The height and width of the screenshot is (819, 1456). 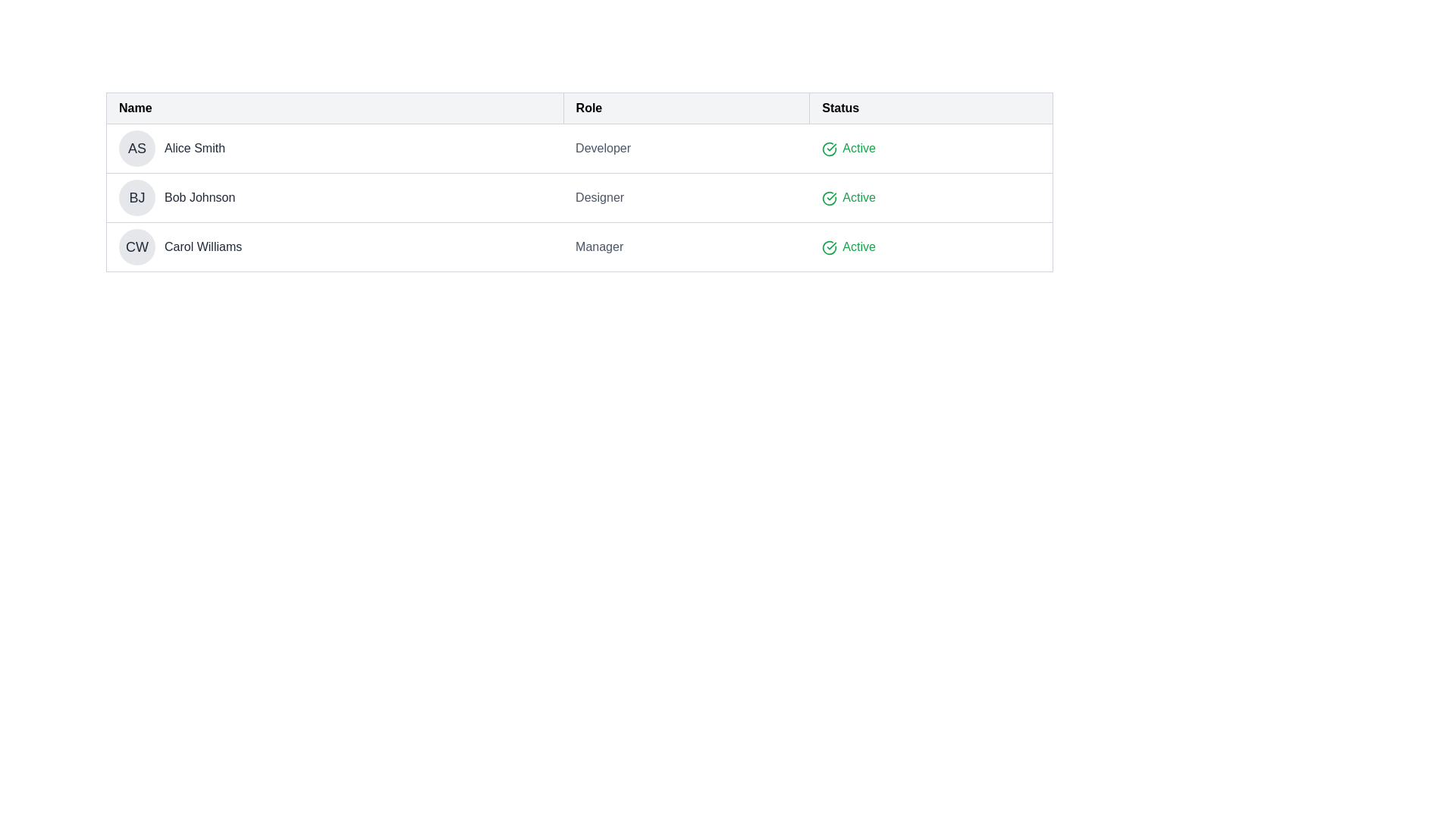 I want to click on the circular badge with the initials 'CW' in bold, located in the third row of the 'Name' column, before the name 'Carol Williams', so click(x=137, y=246).